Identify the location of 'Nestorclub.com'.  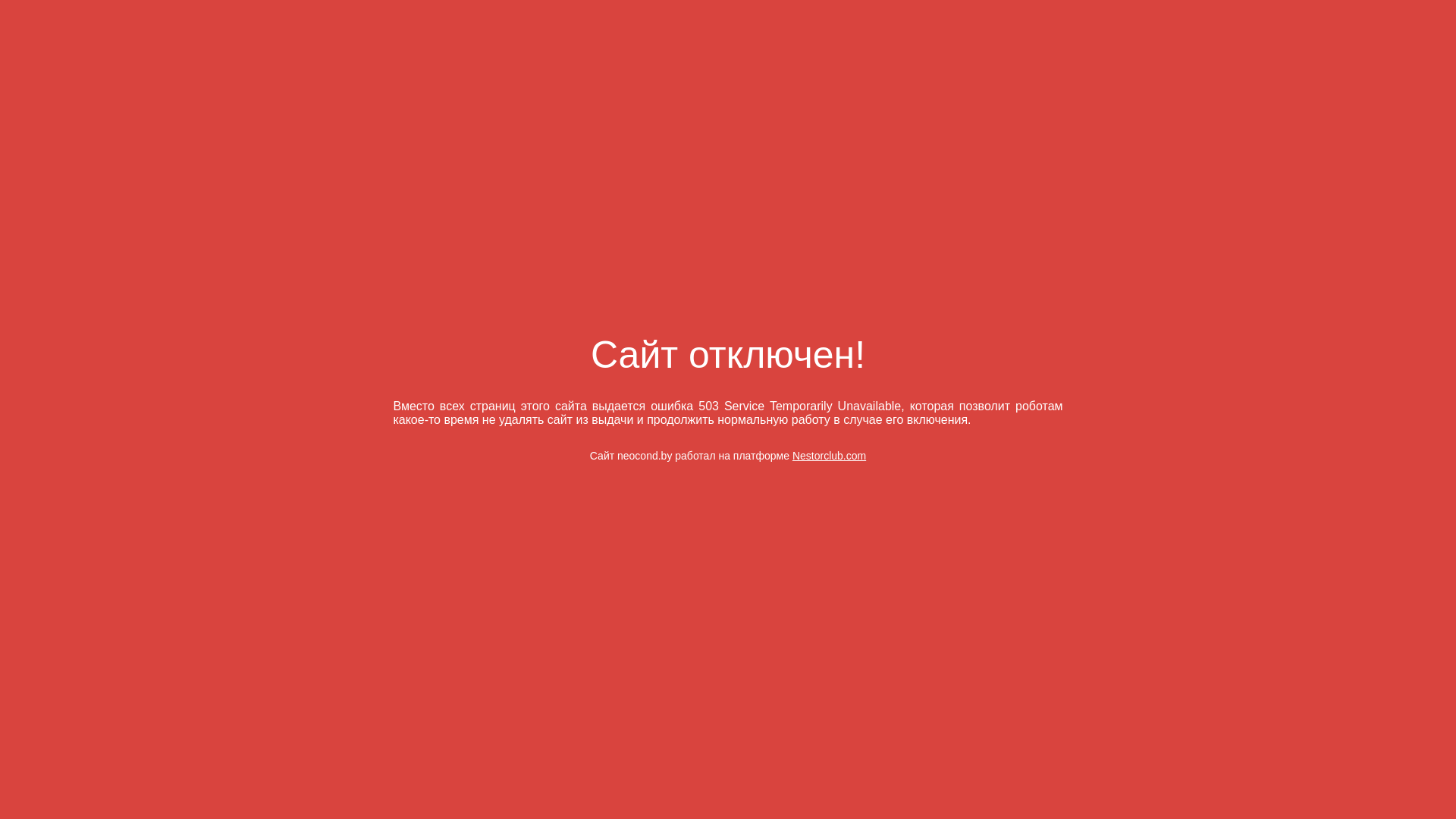
(828, 455).